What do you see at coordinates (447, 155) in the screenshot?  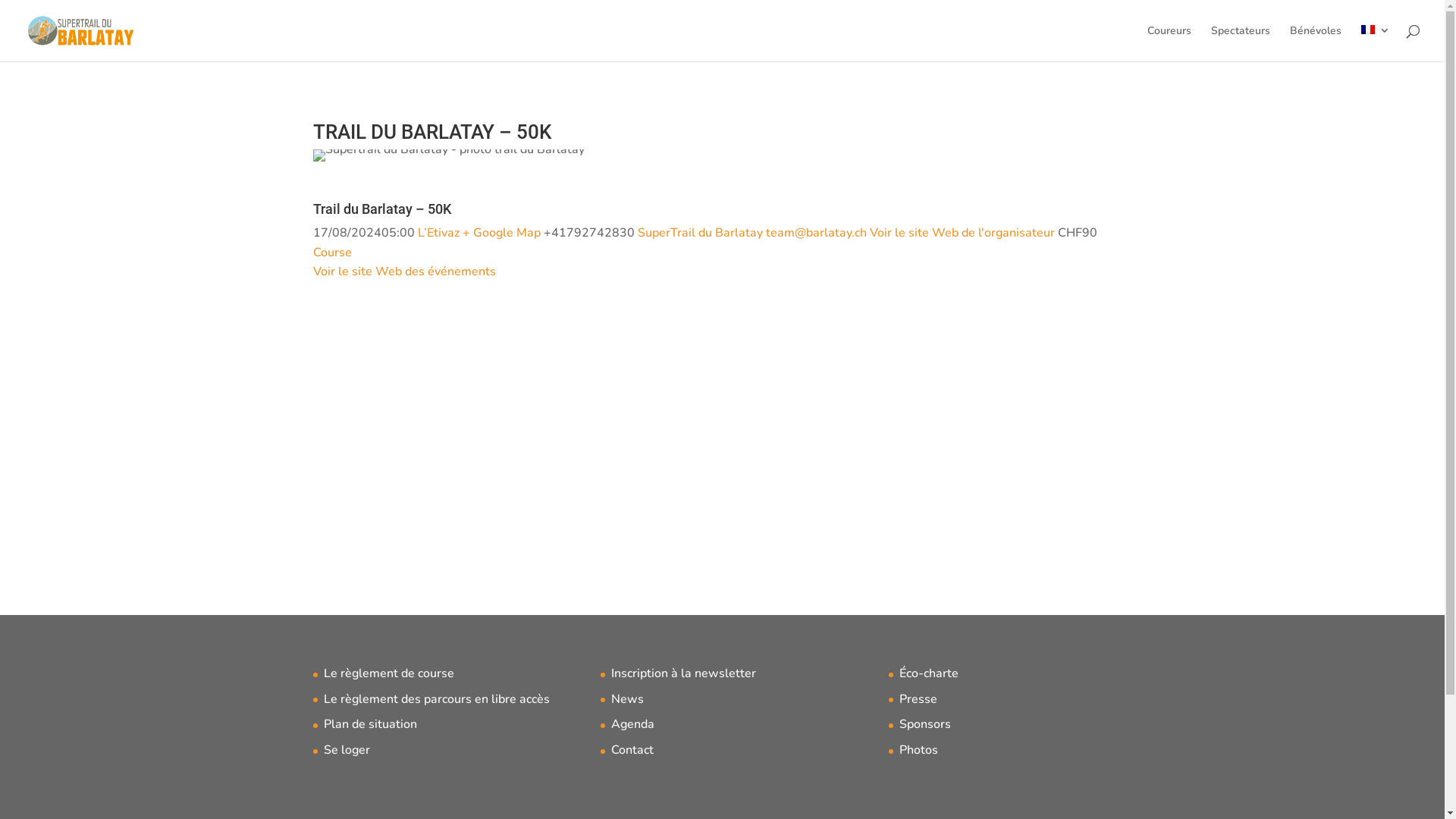 I see `'trail'` at bounding box center [447, 155].